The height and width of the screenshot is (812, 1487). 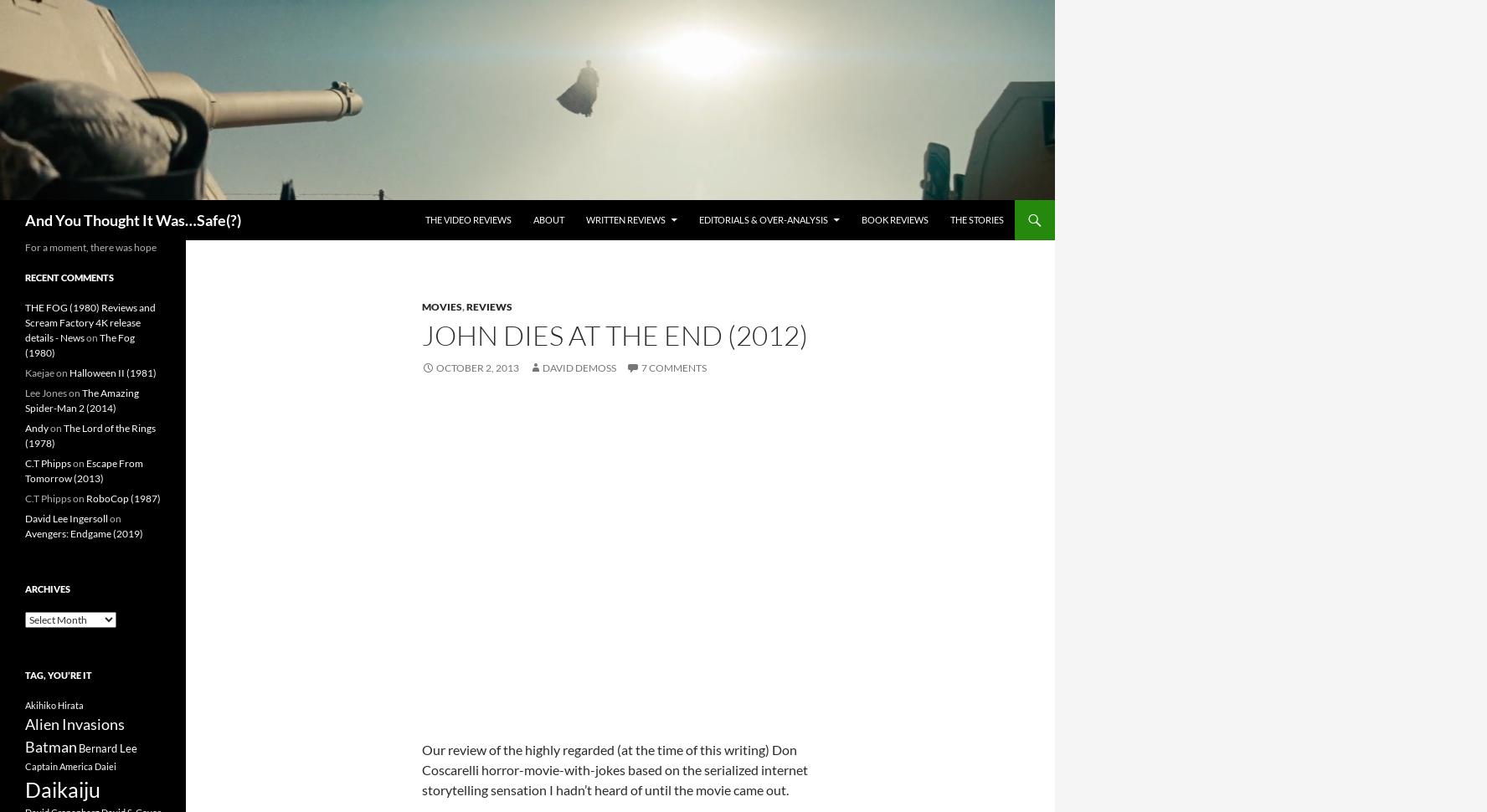 I want to click on 'Halloween II (1981)', so click(x=69, y=372).